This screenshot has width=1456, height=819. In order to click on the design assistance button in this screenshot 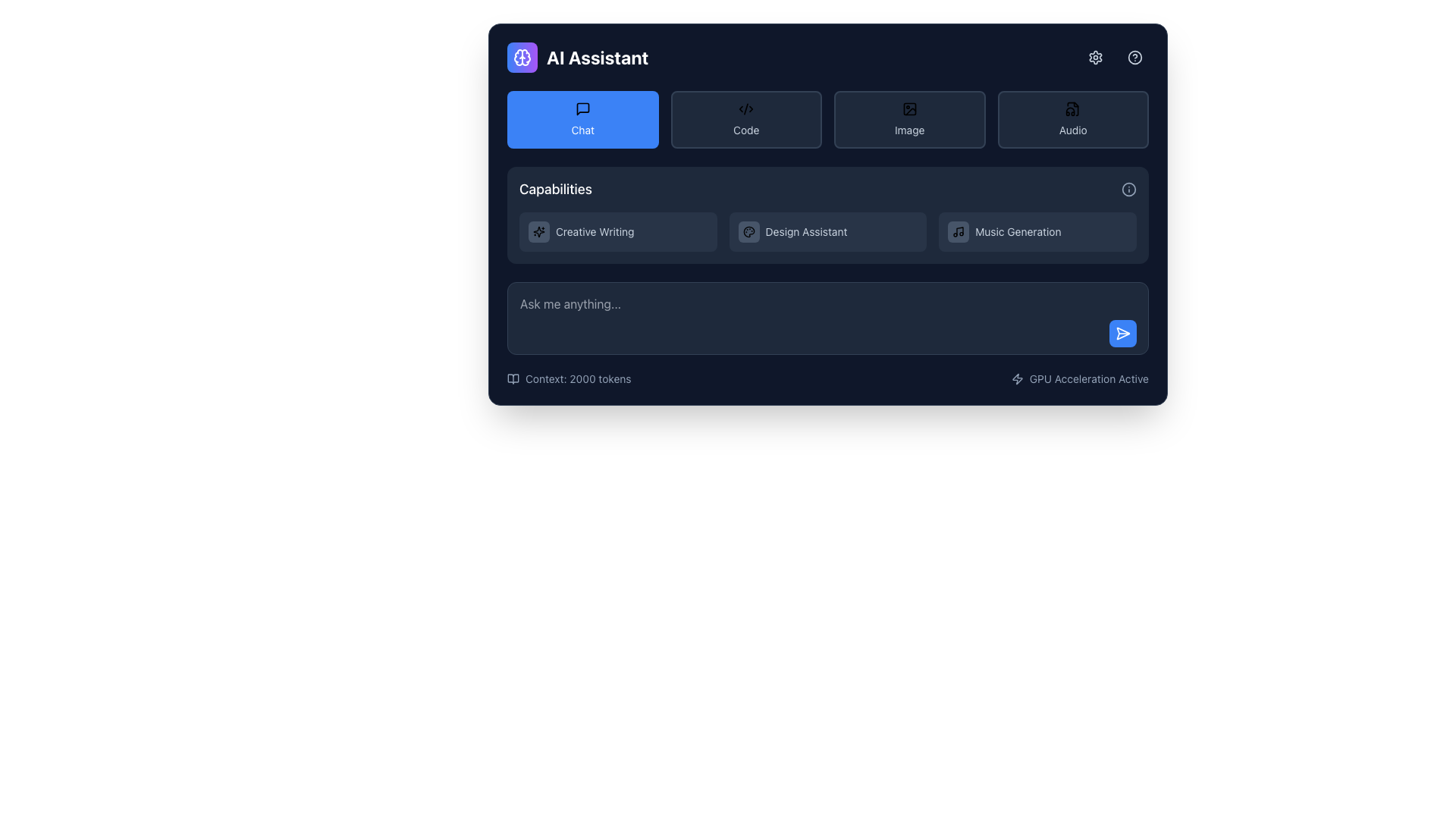, I will do `click(827, 231)`.